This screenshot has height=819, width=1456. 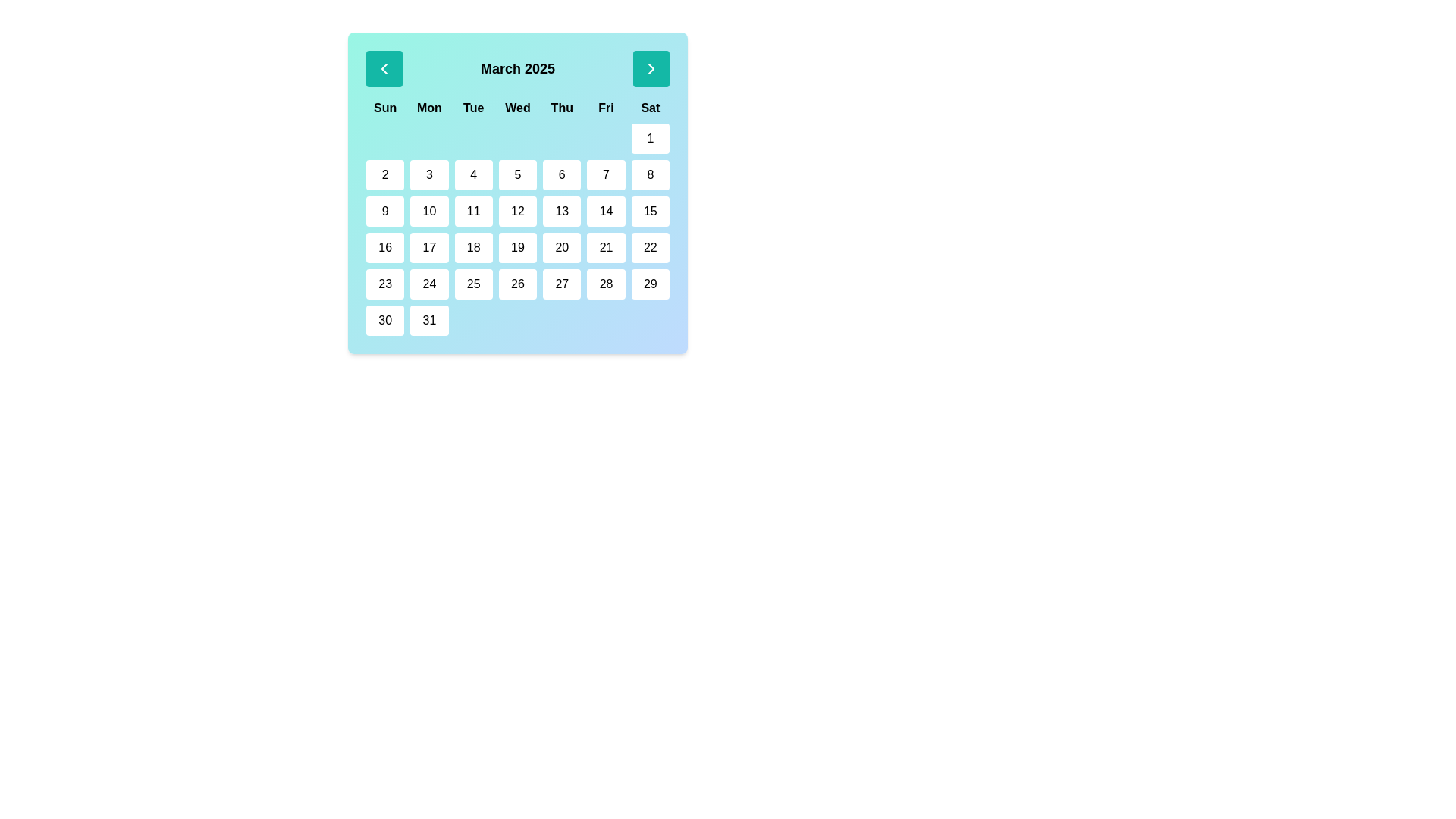 I want to click on the calendar day cell button displaying the number '20' located under the 'Thu' header in the fifth row and sixth column of the March 2025 calendar, so click(x=561, y=247).